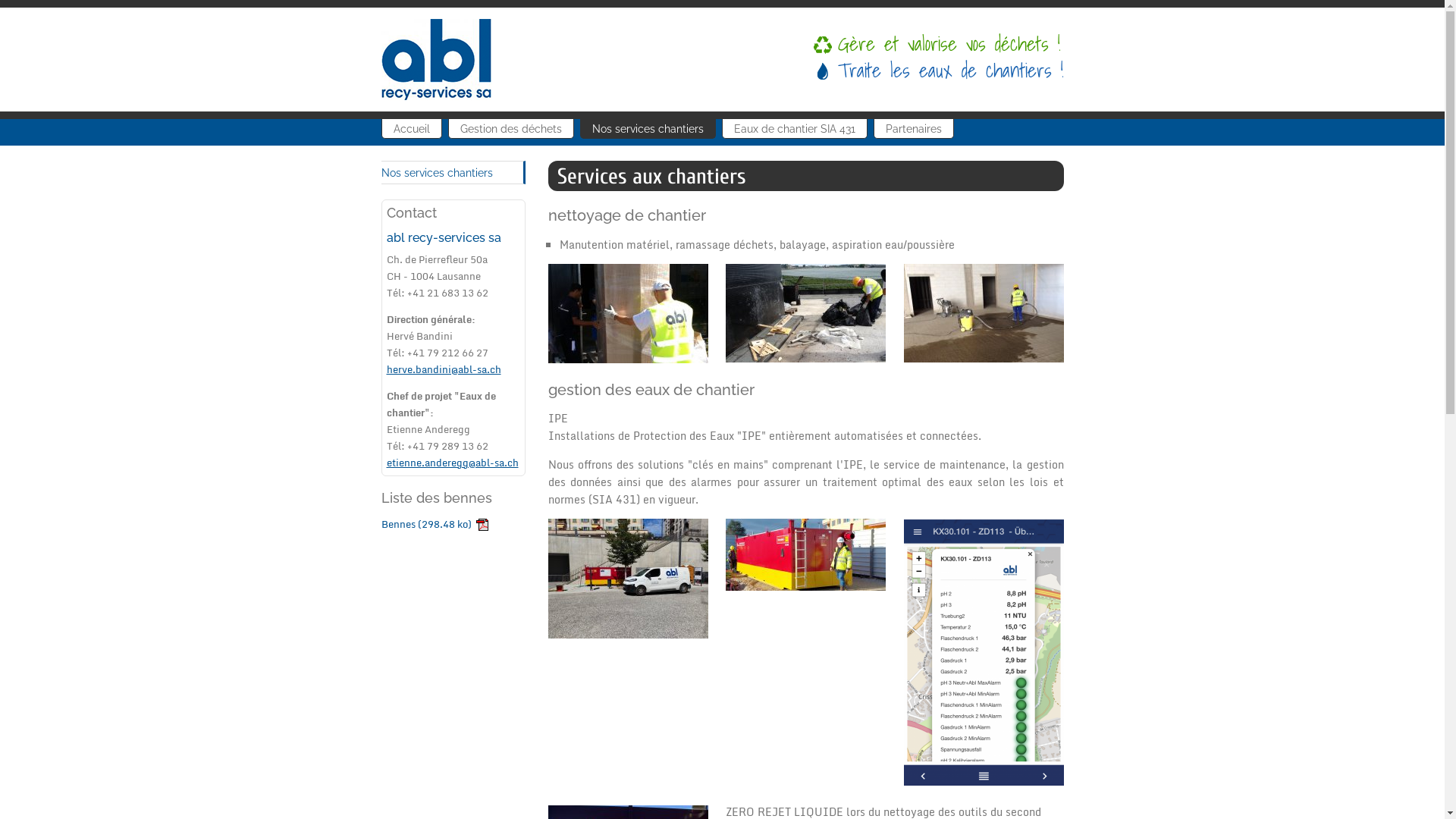 The image size is (1456, 819). What do you see at coordinates (912, 127) in the screenshot?
I see `'Partenaires'` at bounding box center [912, 127].